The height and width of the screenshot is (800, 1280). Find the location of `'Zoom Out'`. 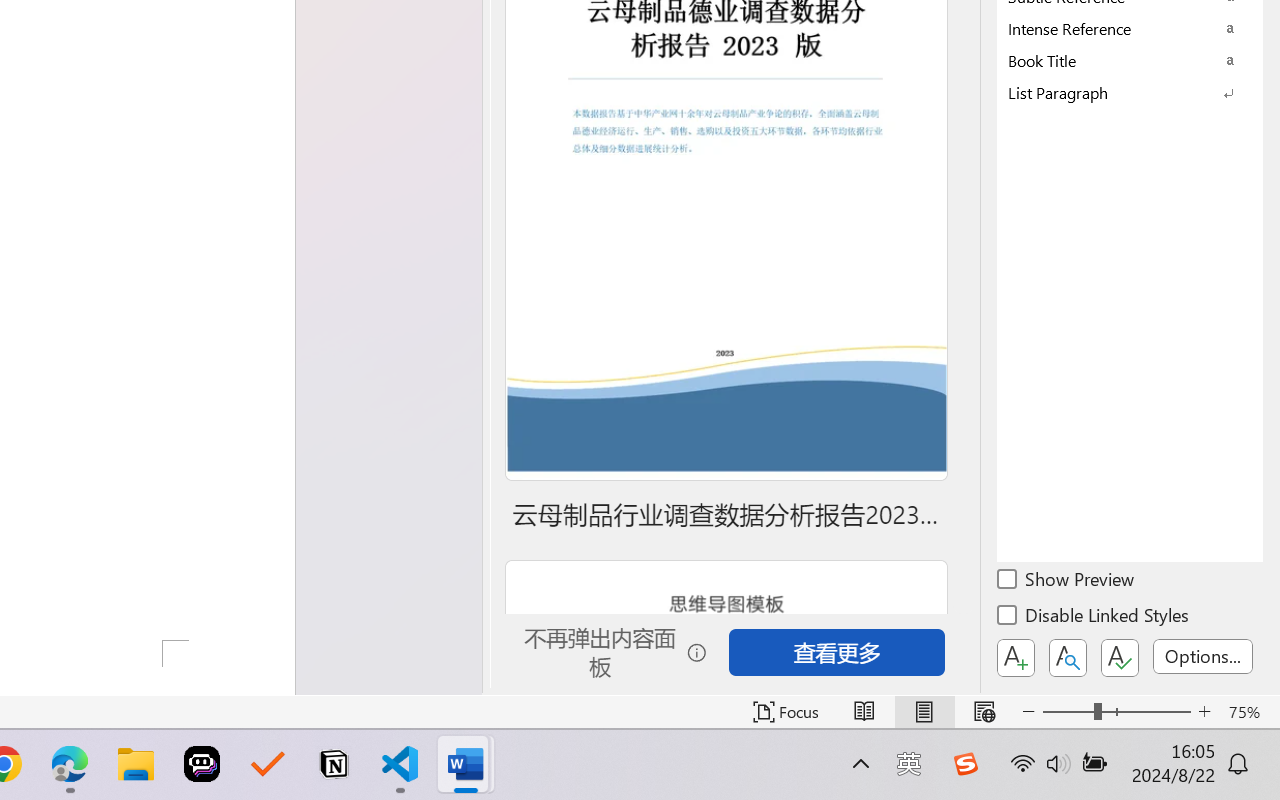

'Zoom Out' is located at coordinates (1067, 711).